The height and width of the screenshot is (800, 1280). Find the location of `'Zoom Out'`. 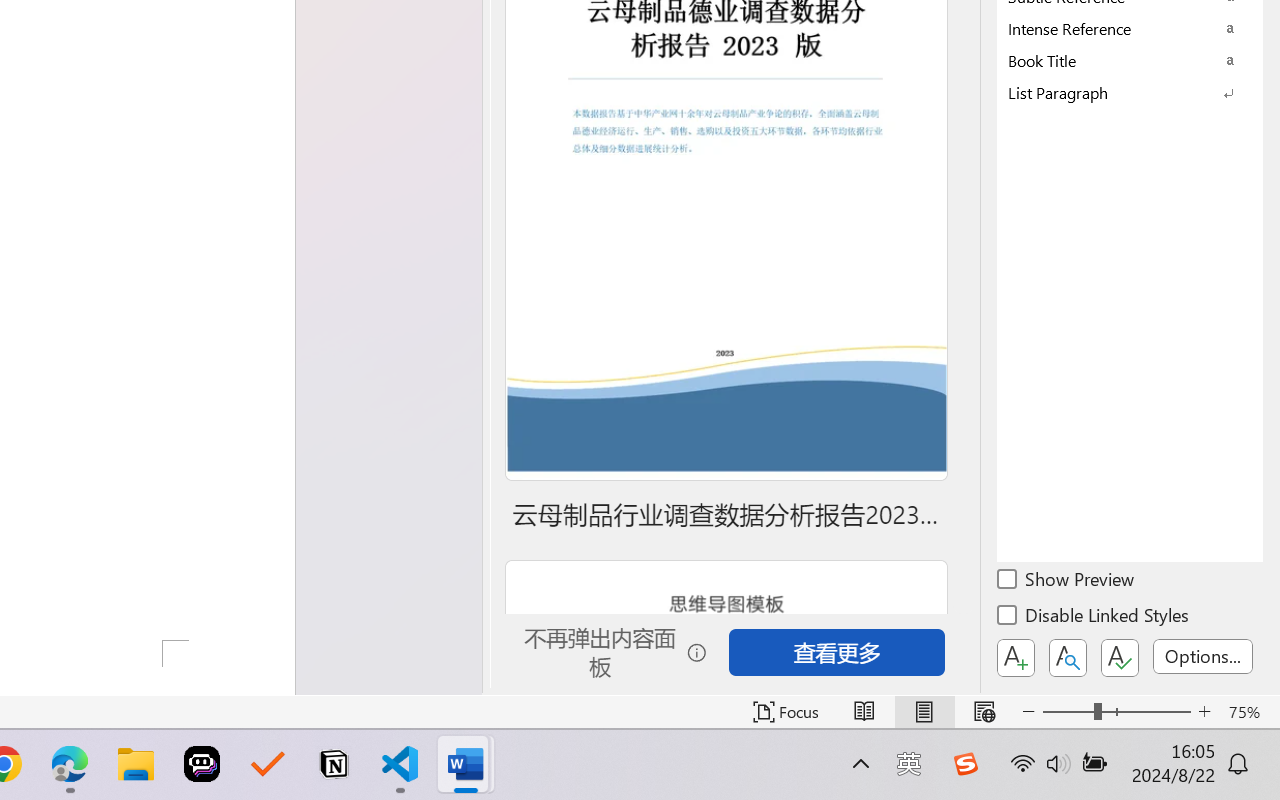

'Zoom Out' is located at coordinates (1067, 711).